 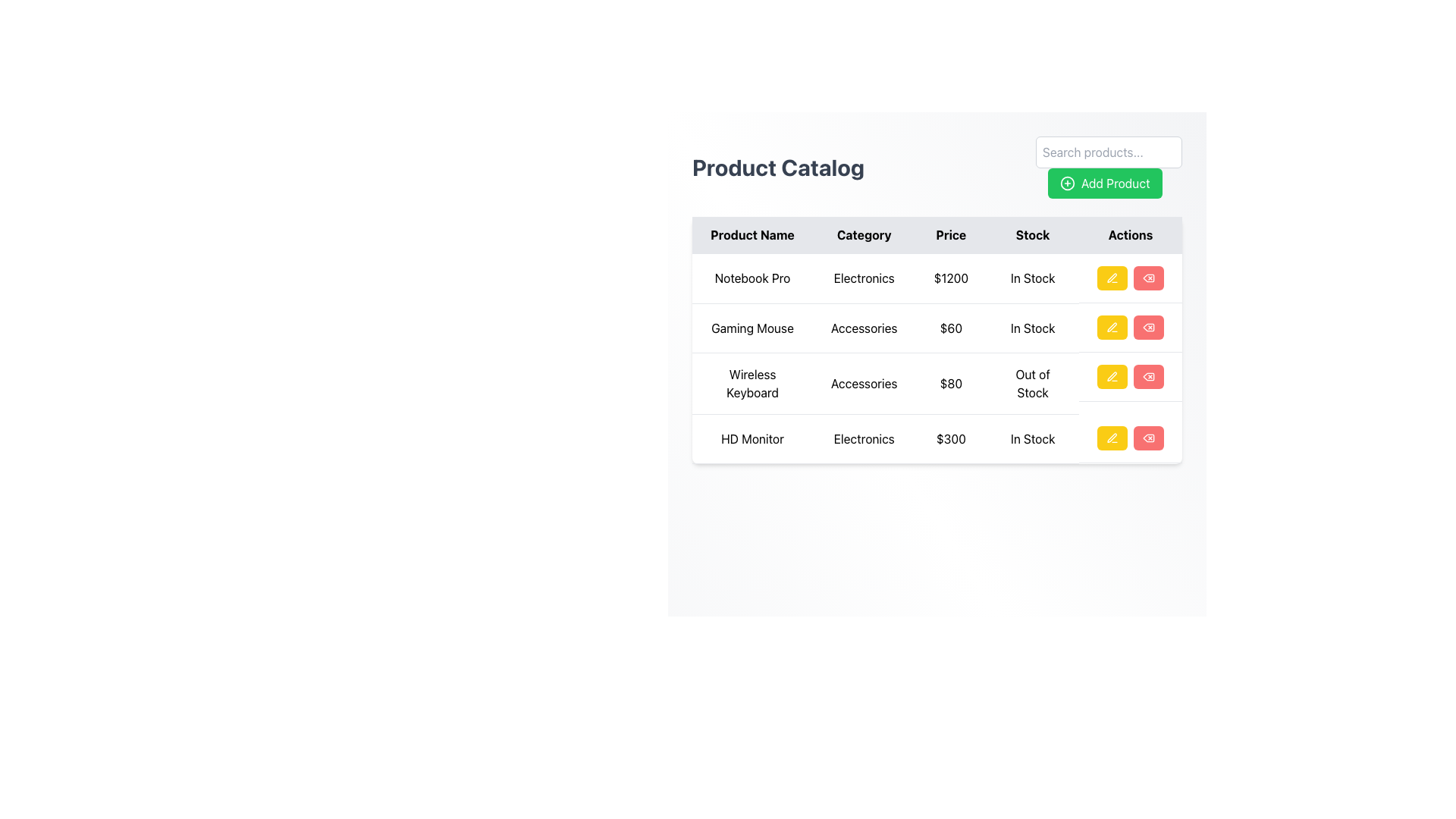 What do you see at coordinates (1112, 278) in the screenshot?
I see `the 'edit' button in the 'Actions' column of the first row in the 'Product Catalog' table` at bounding box center [1112, 278].